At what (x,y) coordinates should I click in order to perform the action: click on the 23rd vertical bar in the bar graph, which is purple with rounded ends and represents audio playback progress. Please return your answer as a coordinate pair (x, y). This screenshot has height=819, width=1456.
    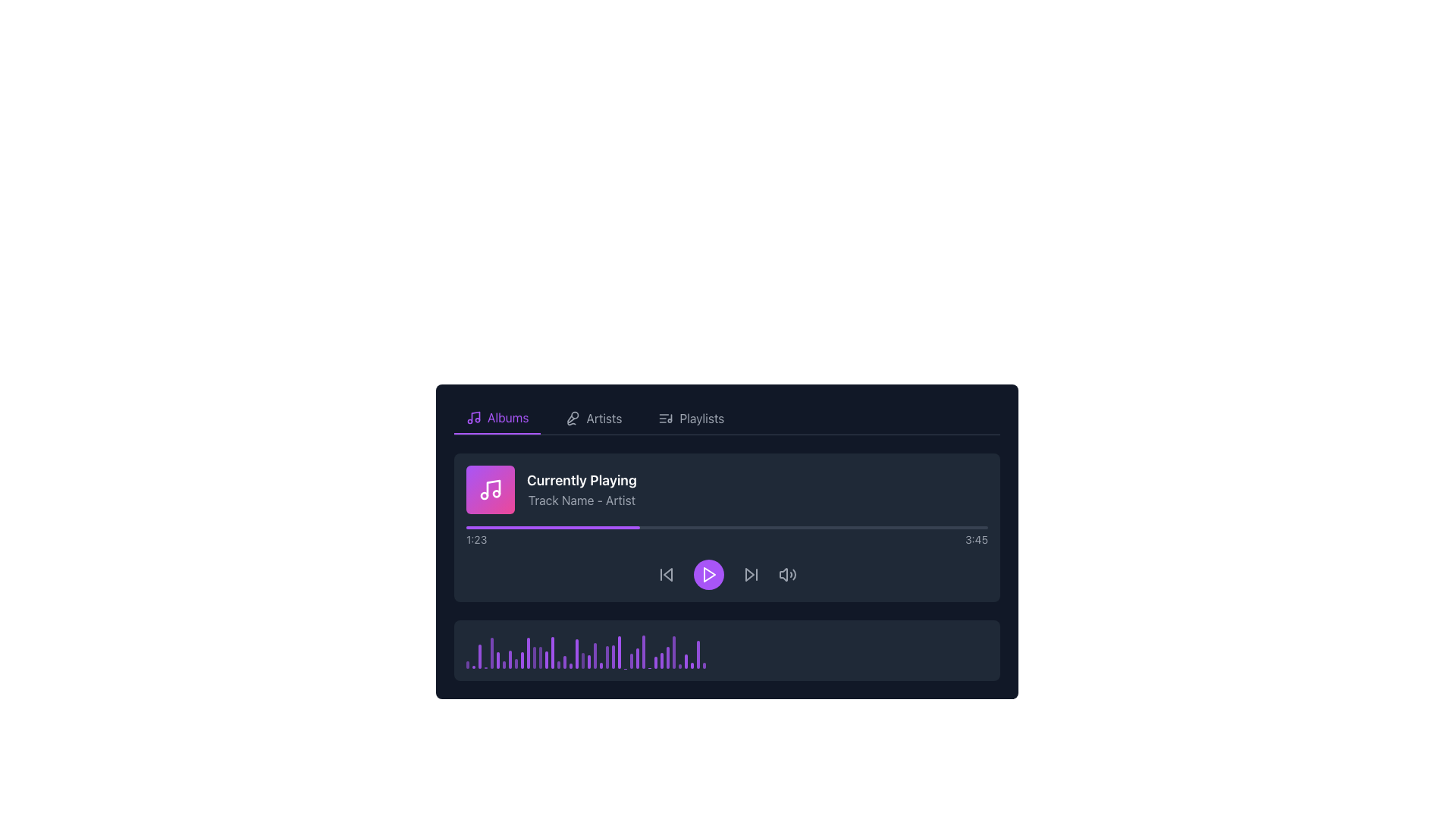
    Looking at the image, I should click on (595, 654).